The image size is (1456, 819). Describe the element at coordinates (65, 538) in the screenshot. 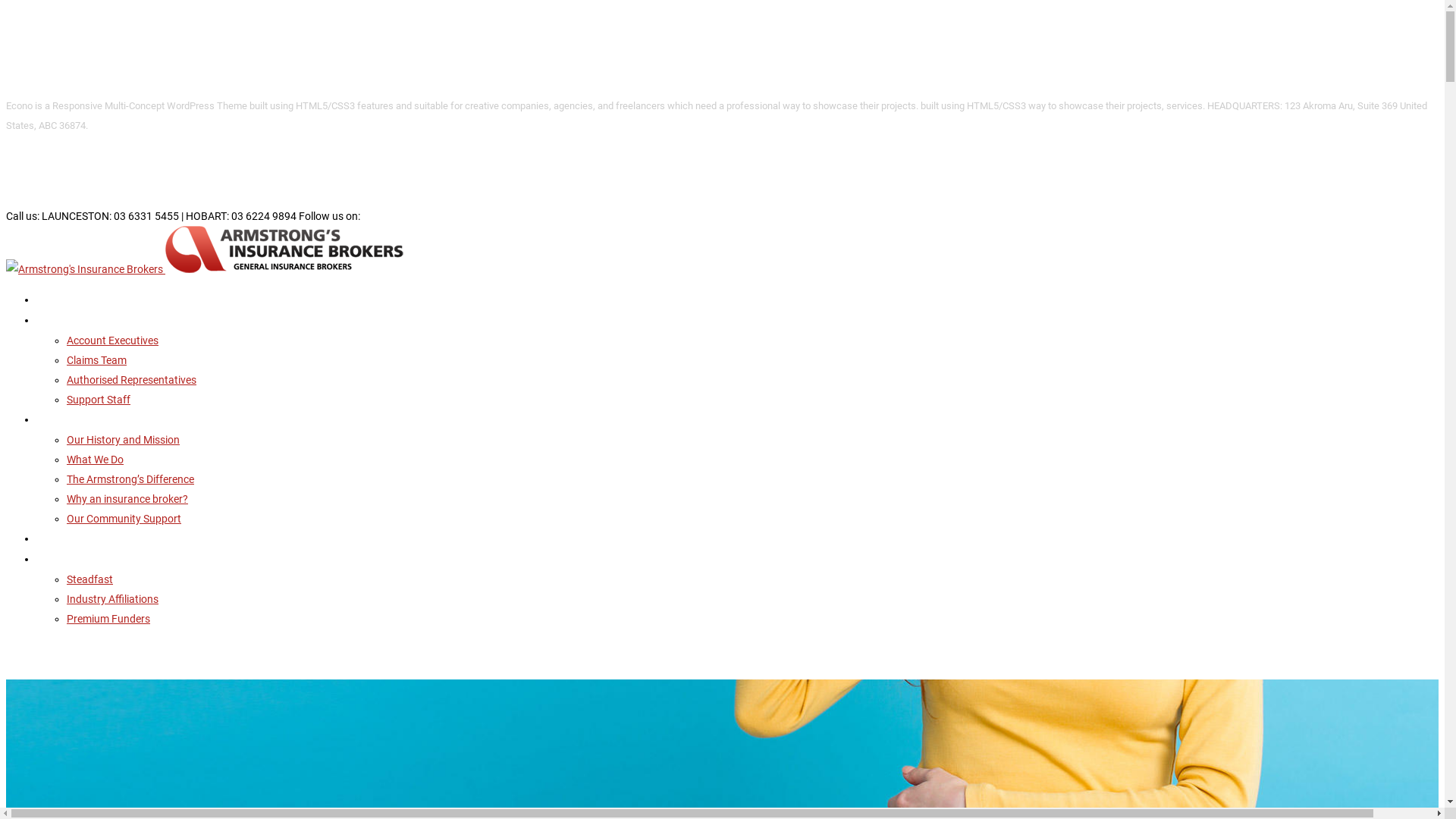

I see `'CONTACT US'` at that location.